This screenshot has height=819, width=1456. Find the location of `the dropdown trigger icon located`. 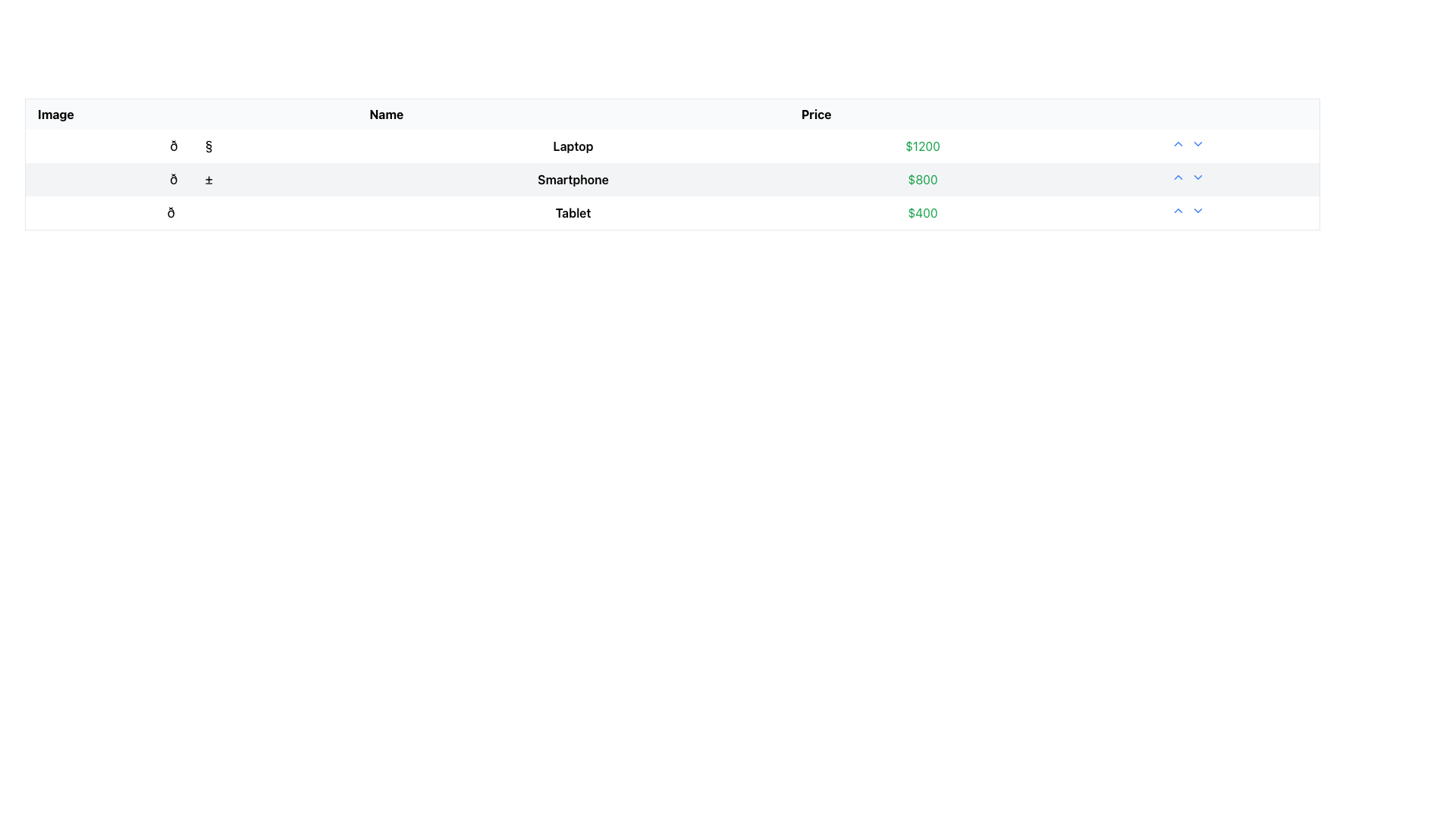

the dropdown trigger icon located is located at coordinates (1197, 210).